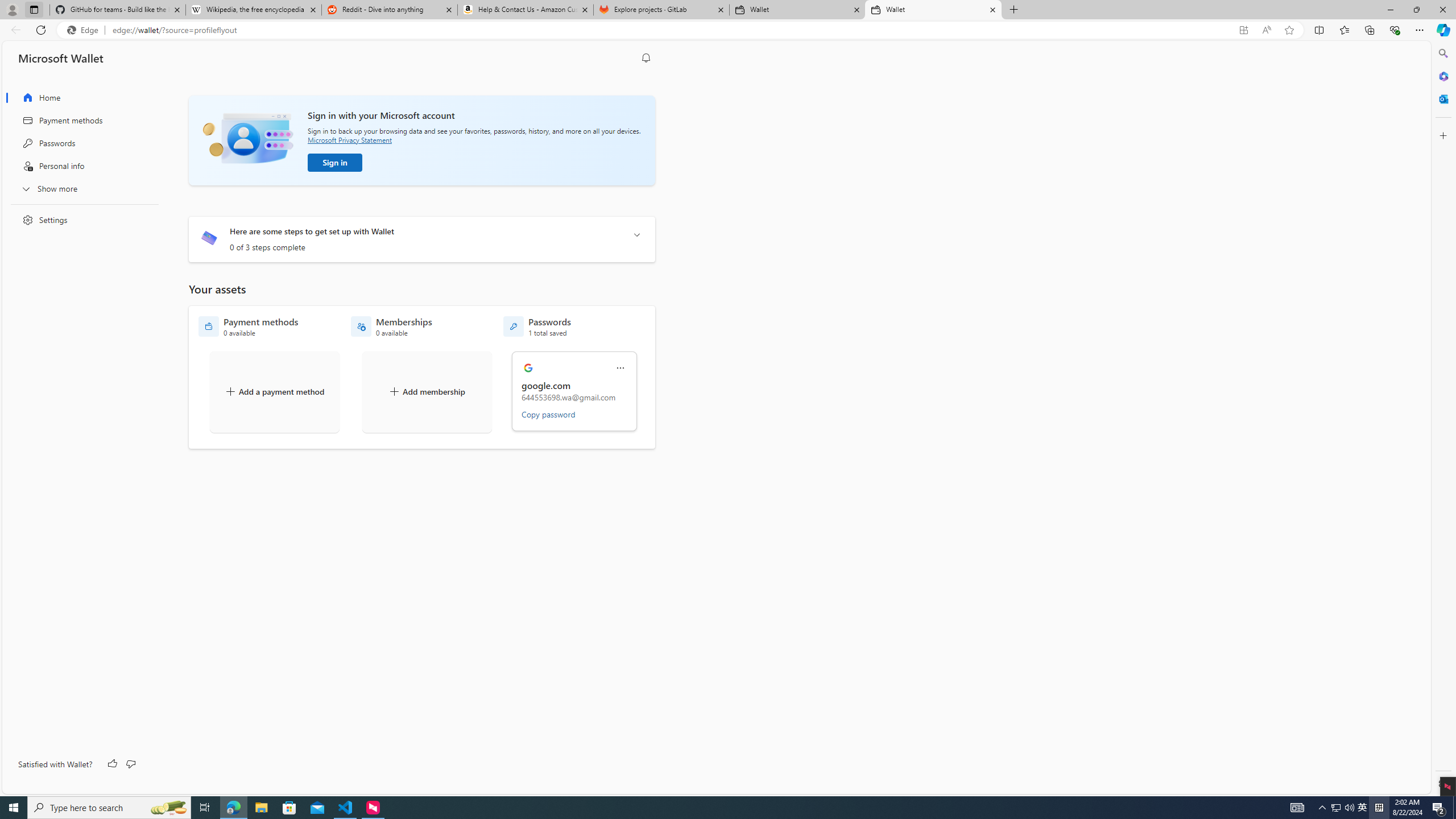  What do you see at coordinates (932, 9) in the screenshot?
I see `'Wallet'` at bounding box center [932, 9].